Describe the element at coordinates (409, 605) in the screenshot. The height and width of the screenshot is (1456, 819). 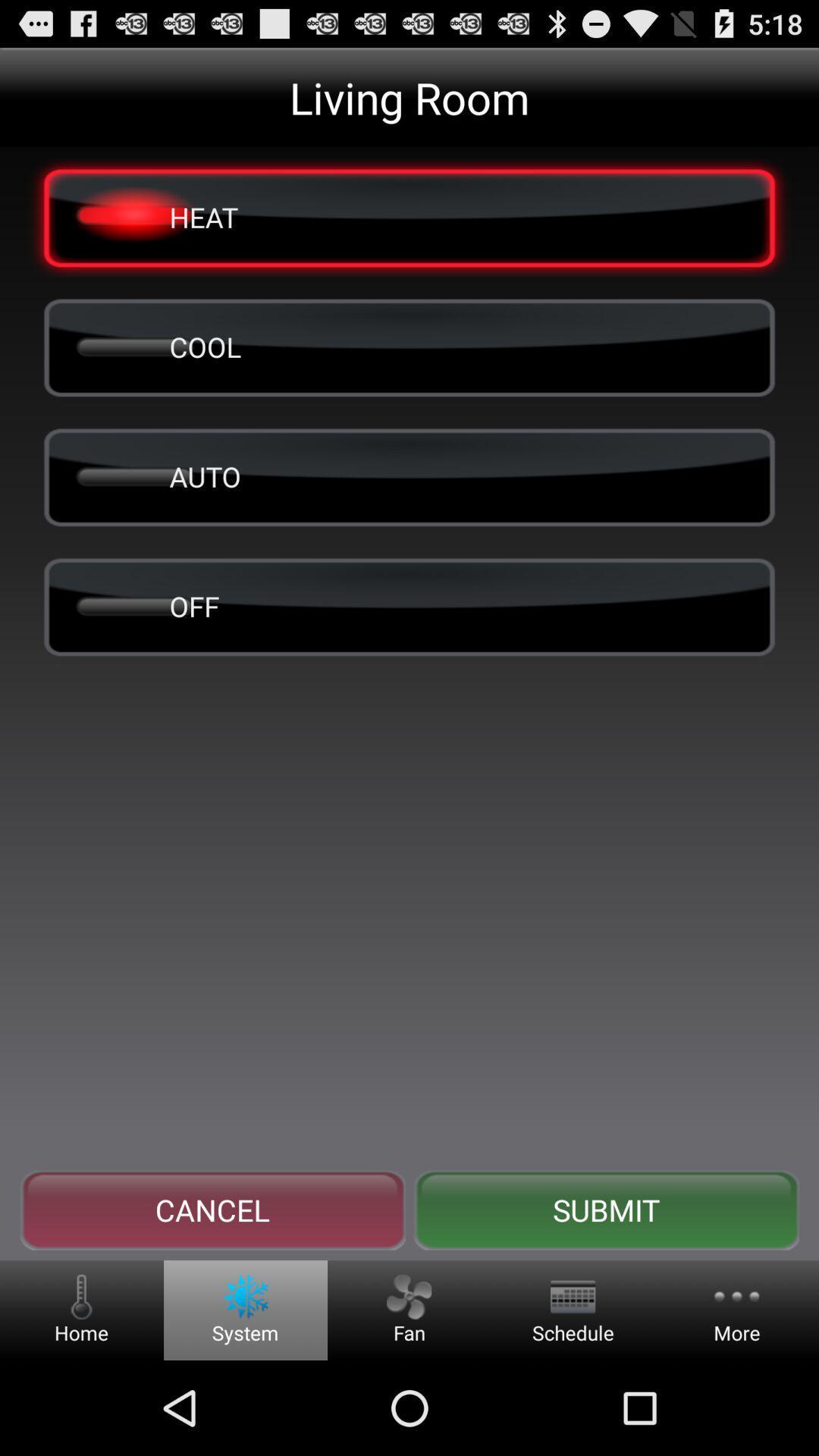
I see `off item` at that location.